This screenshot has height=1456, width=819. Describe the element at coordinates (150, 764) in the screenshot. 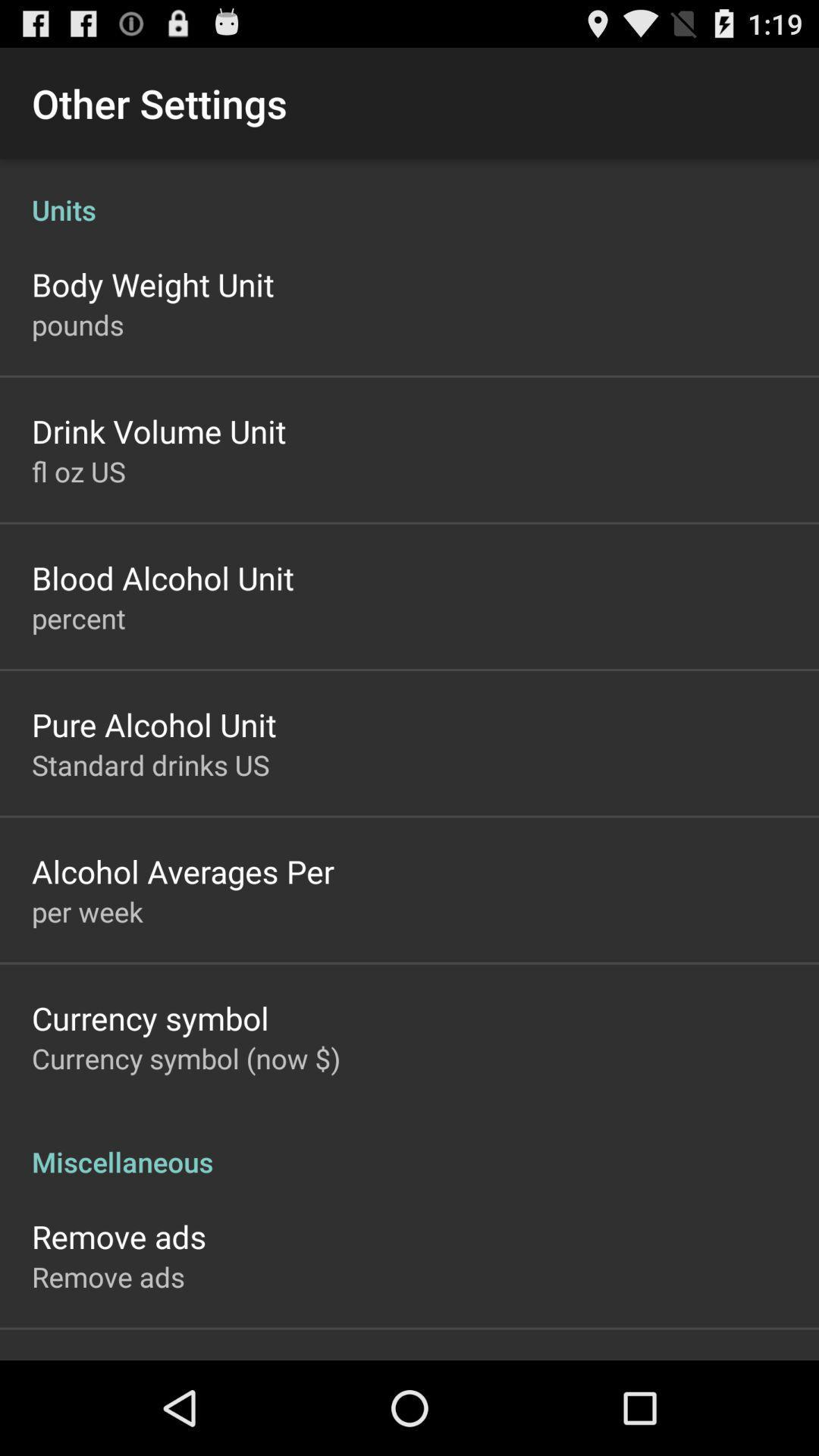

I see `item above alcohol averages per app` at that location.